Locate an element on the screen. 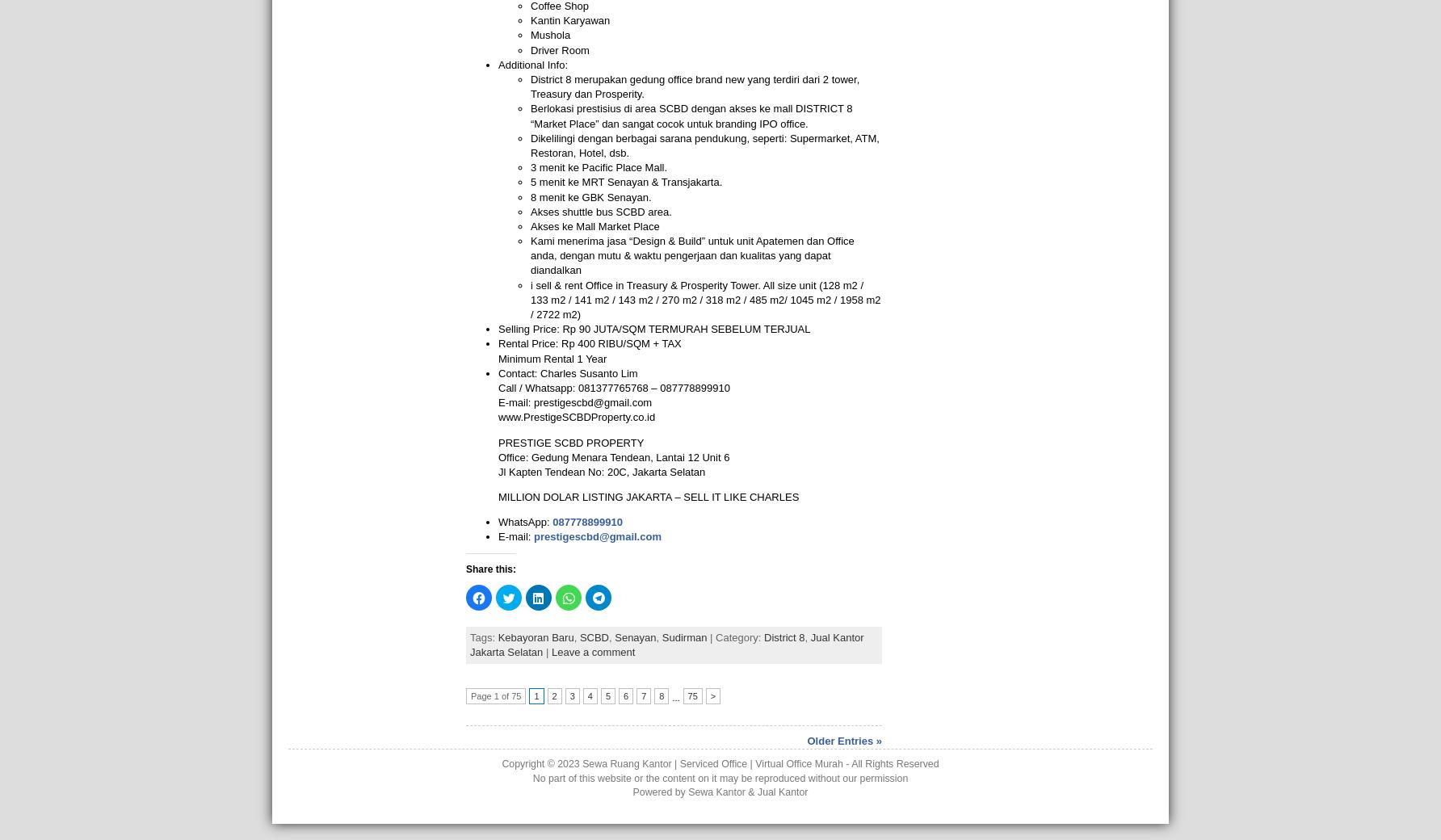 This screenshot has width=1441, height=840. 'Senayan' is located at coordinates (634, 636).